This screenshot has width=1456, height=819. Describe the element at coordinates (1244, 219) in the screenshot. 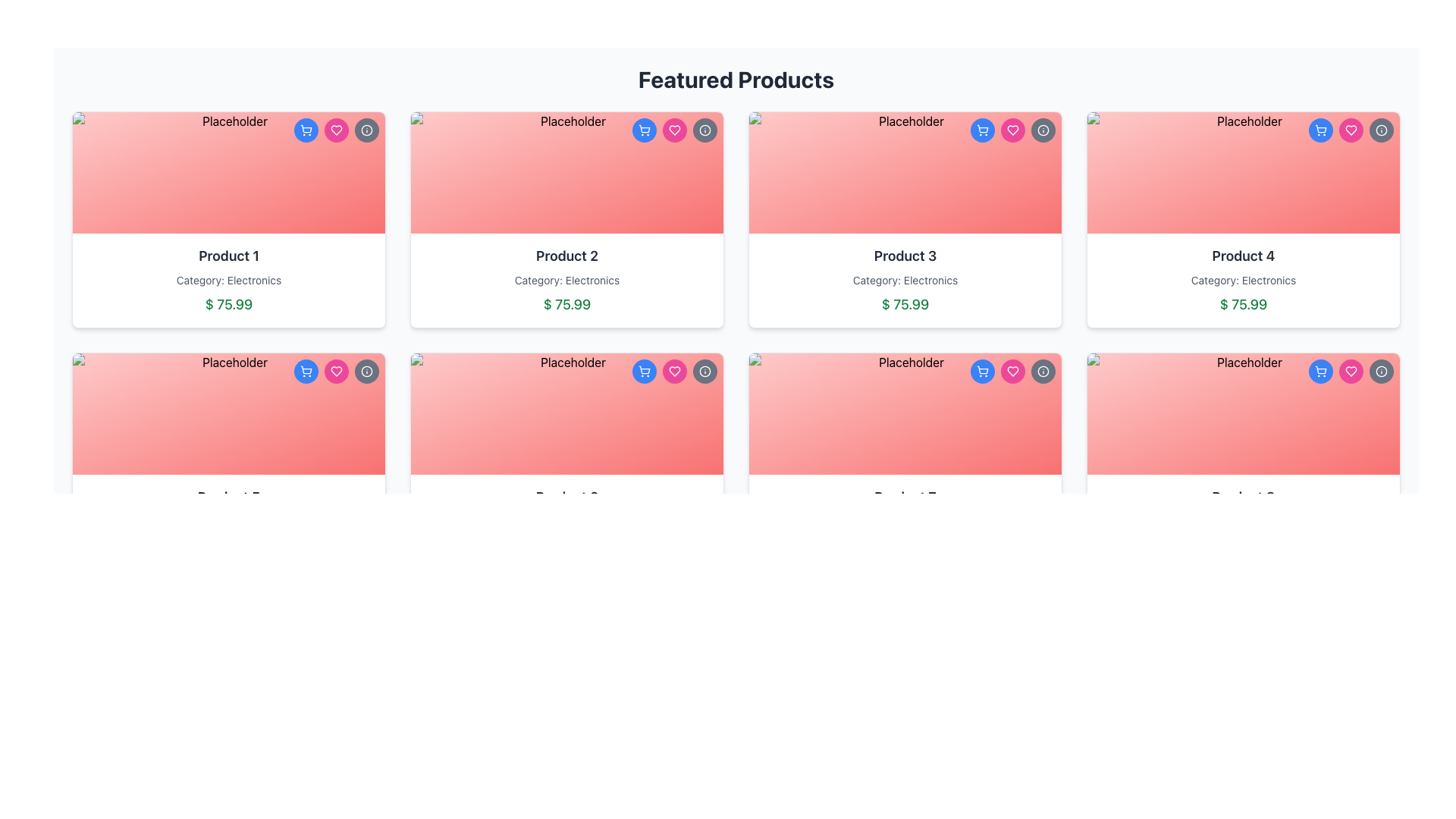

I see `the 'Product 4' card in the first row and fourth column of the product grid` at that location.